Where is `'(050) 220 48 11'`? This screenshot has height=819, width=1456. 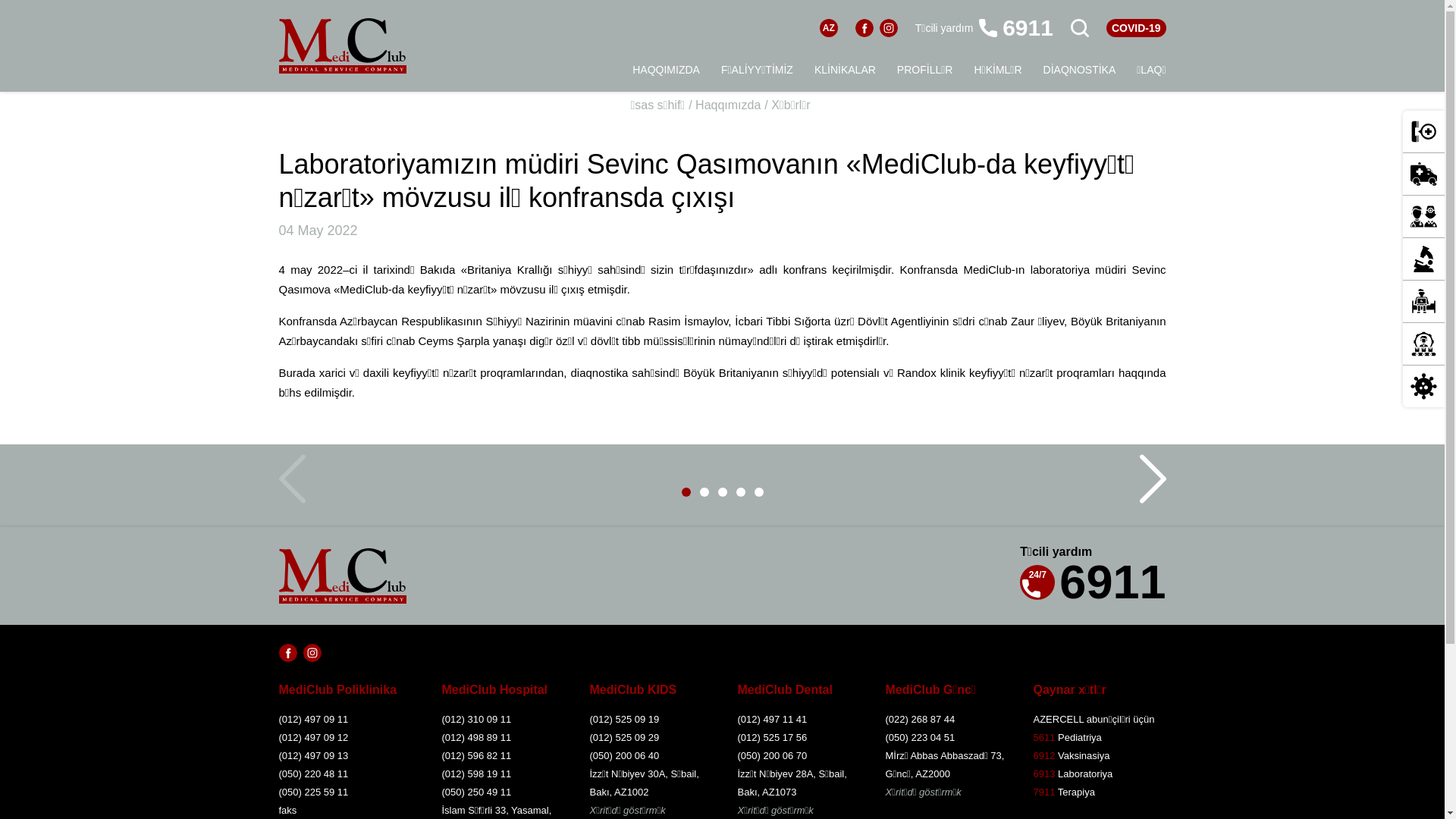
'(050) 220 48 11' is located at coordinates (346, 774).